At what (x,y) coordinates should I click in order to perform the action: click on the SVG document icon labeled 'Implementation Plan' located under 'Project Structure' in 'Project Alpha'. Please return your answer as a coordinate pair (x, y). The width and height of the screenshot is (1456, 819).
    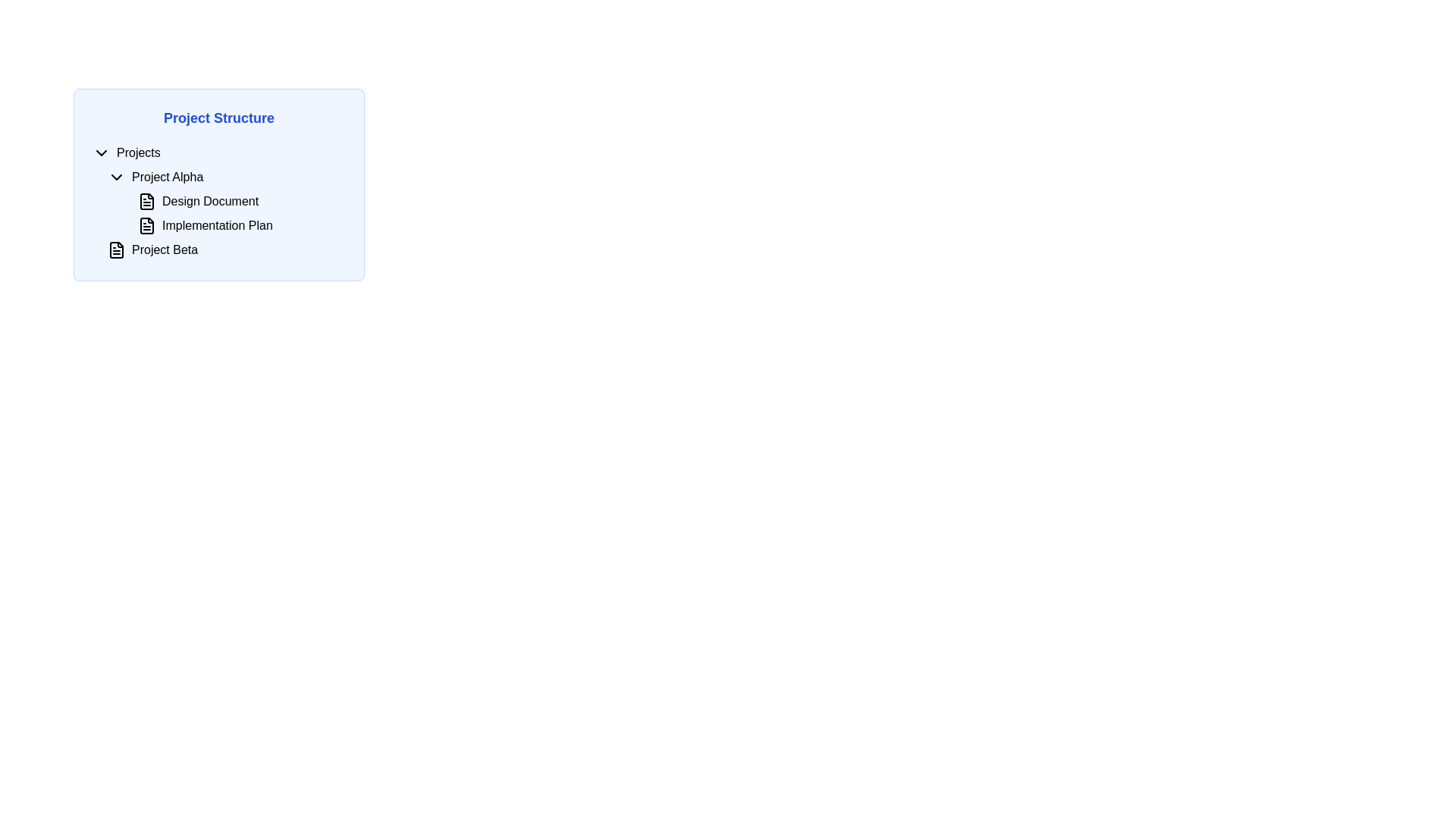
    Looking at the image, I should click on (146, 225).